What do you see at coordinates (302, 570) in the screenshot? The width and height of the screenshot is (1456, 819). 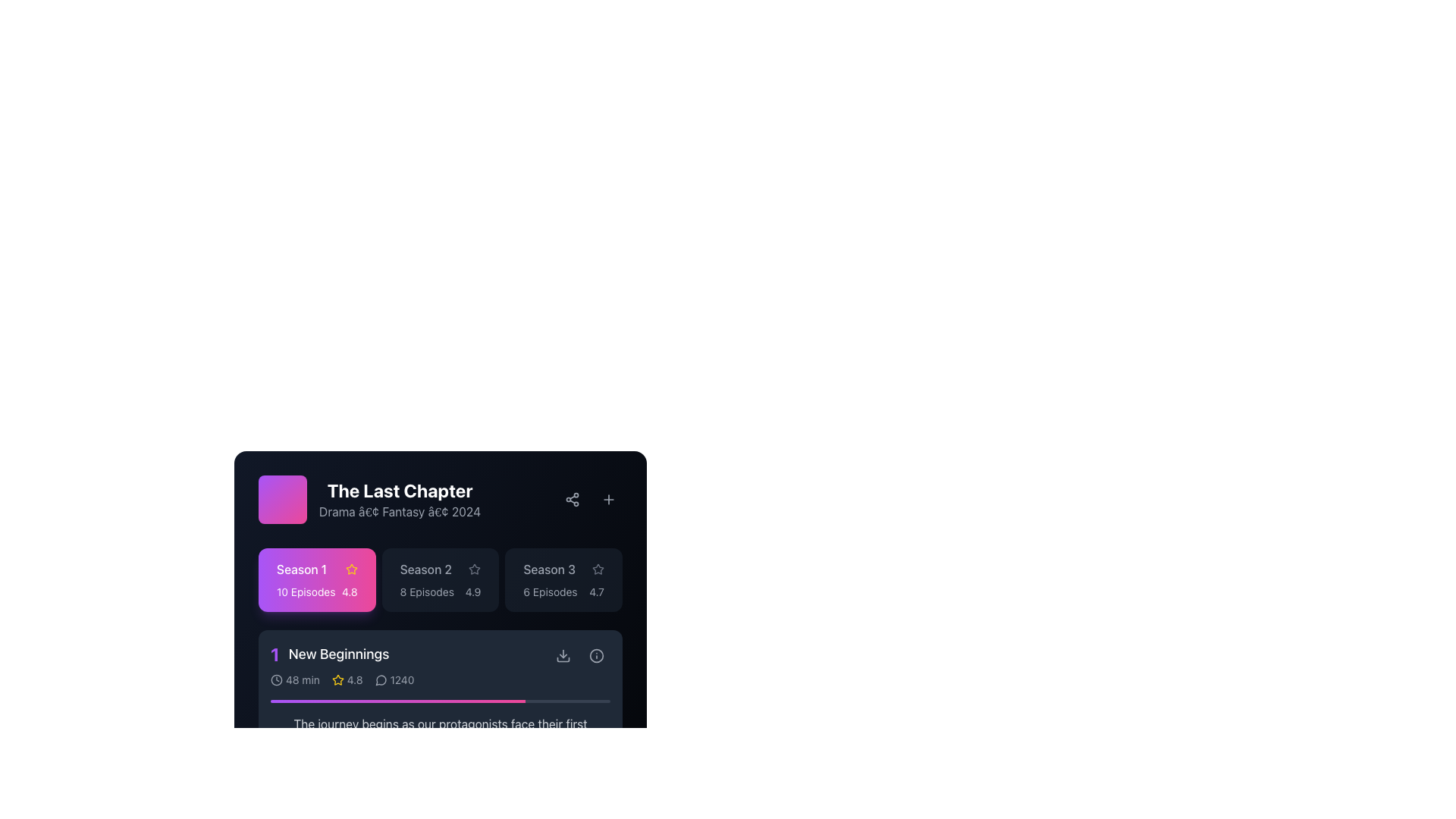 I see `the bold text label displaying 'Season 1' that is prominently located within a pink background with rounded corners` at bounding box center [302, 570].